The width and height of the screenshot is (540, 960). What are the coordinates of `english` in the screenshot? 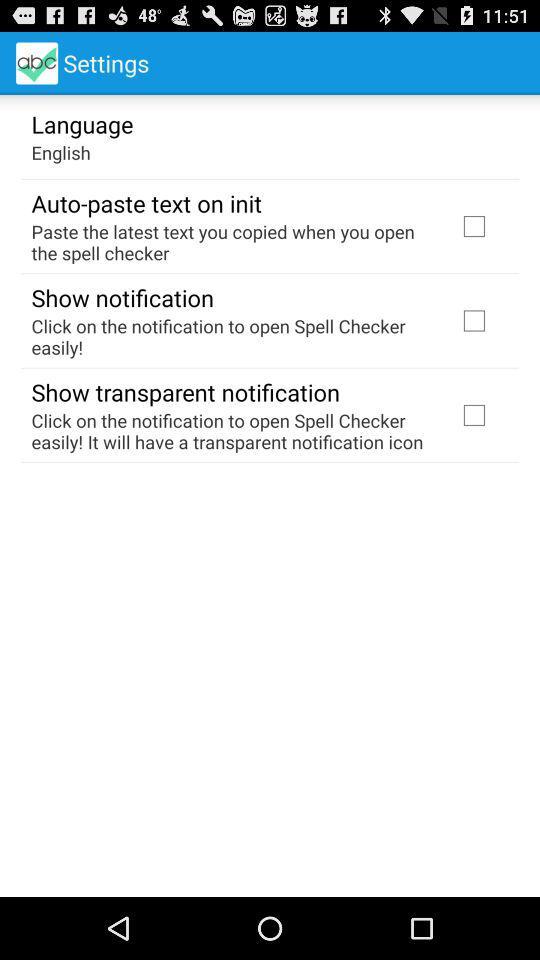 It's located at (61, 151).